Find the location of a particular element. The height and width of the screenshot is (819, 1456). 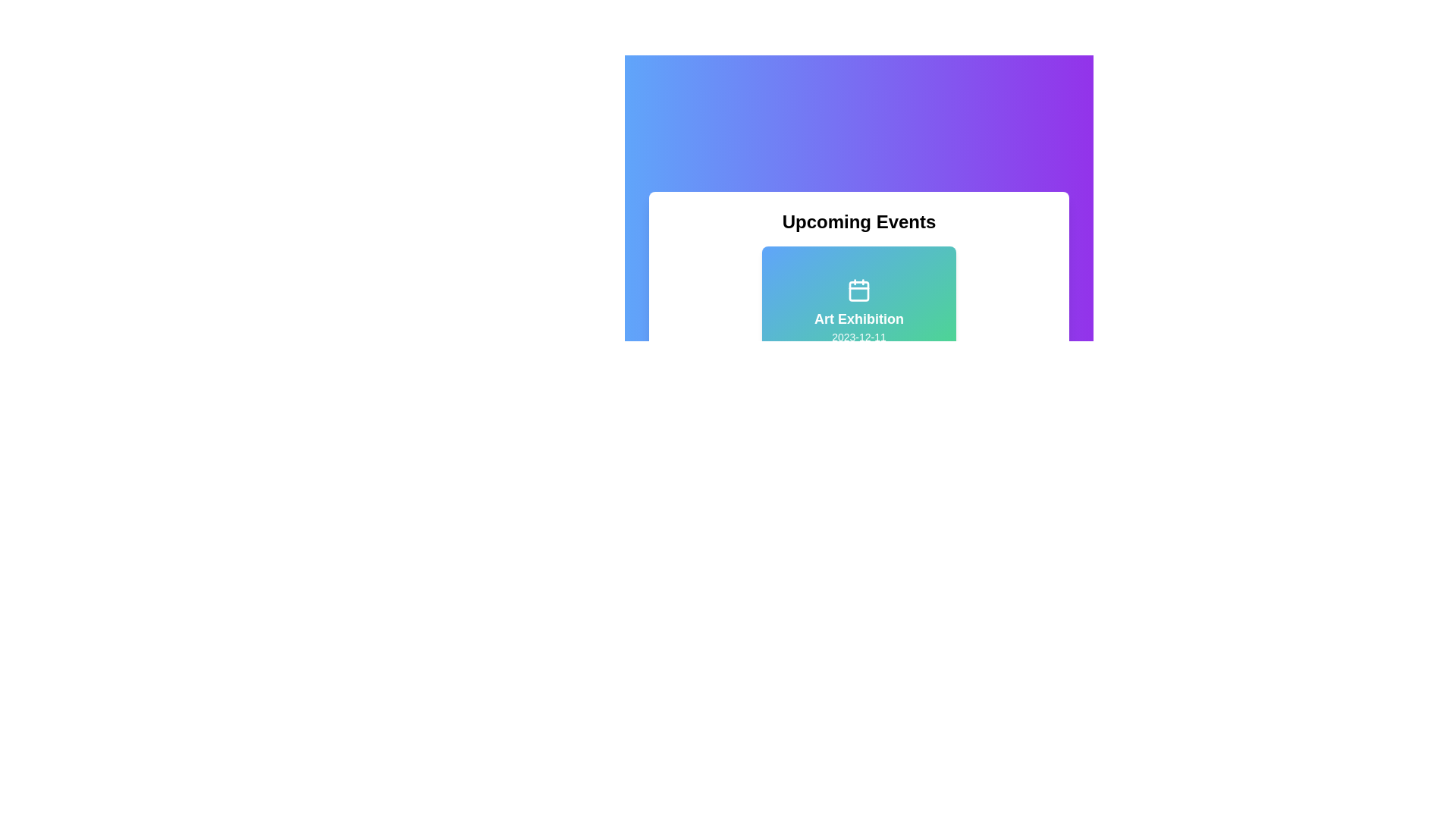

the text label displaying the title 'Art Exhibition', which is centrally aligned below a calendar icon and above the dates and location labels is located at coordinates (858, 318).